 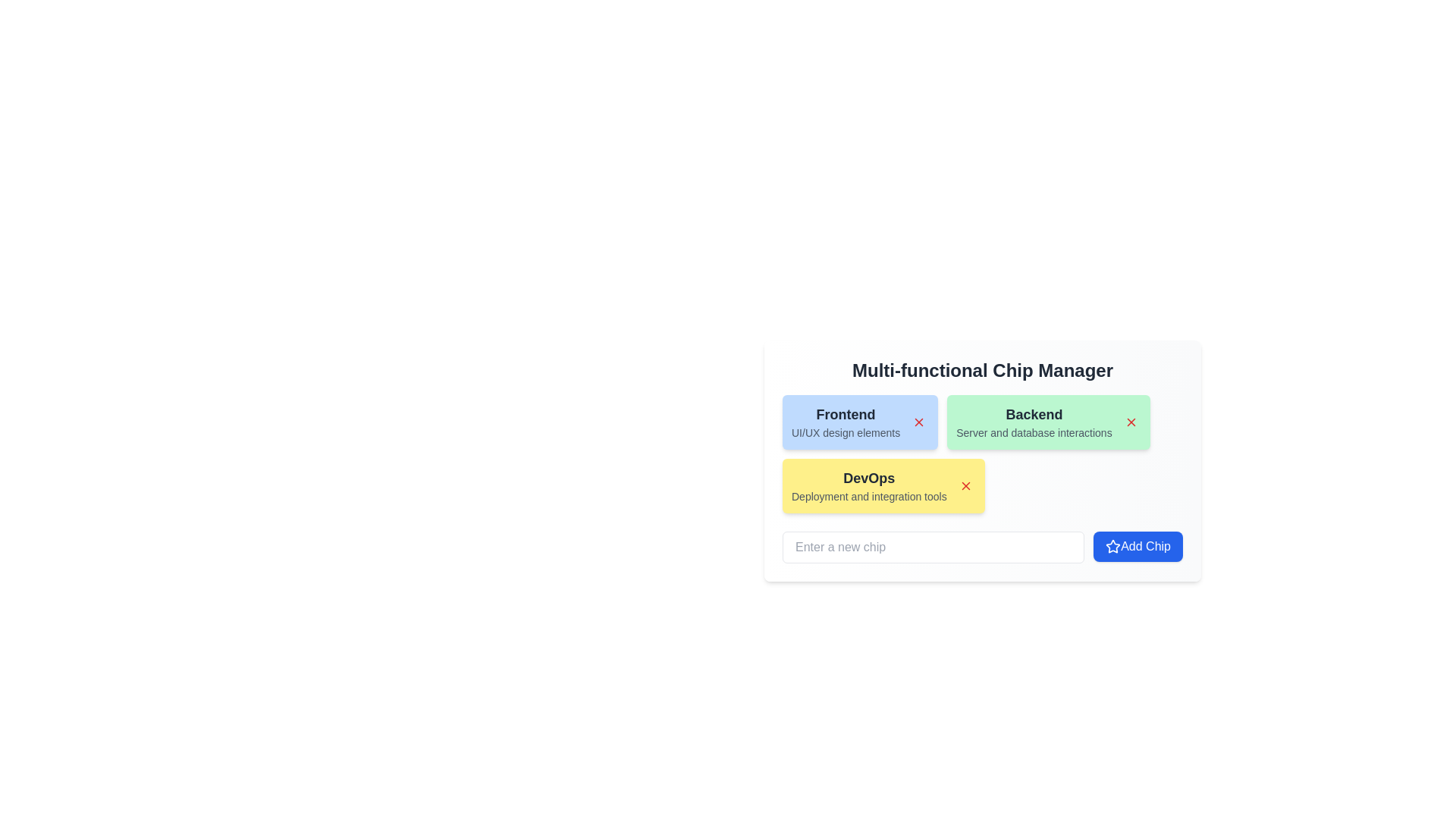 I want to click on information displayed in the Text Label located below the 'Backend' title on the light green card, so click(x=1033, y=432).